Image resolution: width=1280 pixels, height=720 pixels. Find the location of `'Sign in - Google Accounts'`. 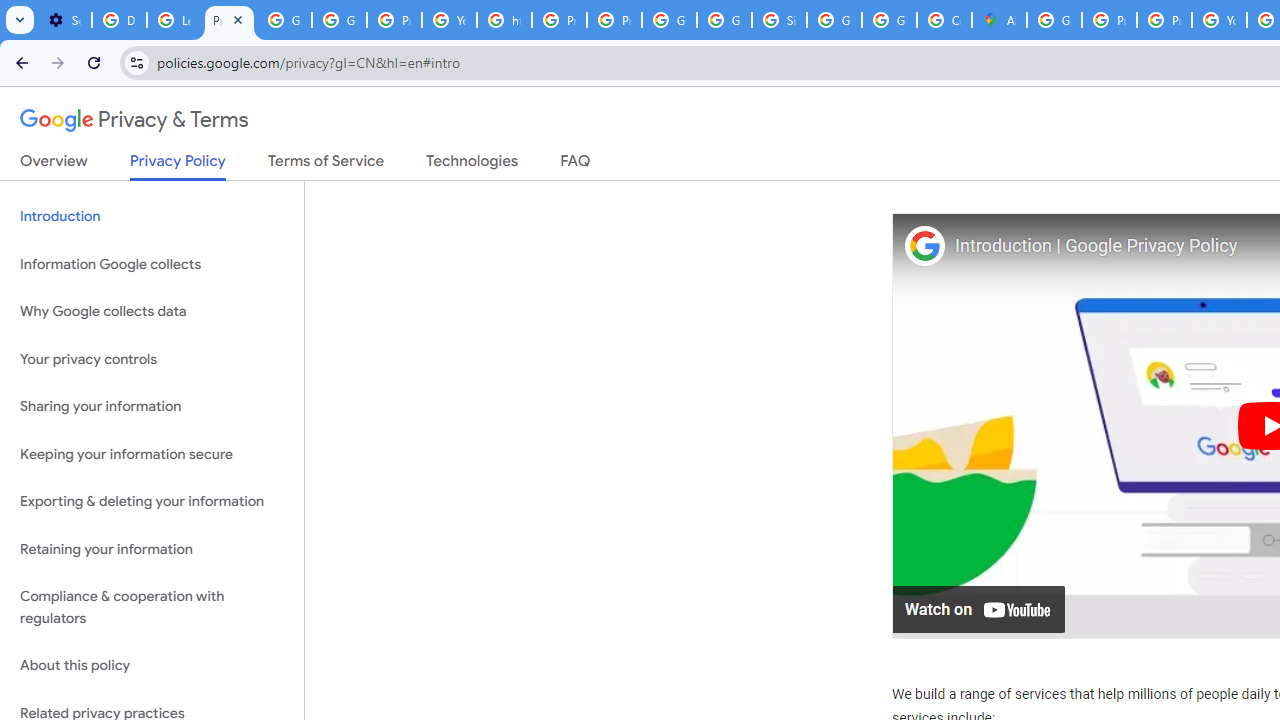

'Sign in - Google Accounts' is located at coordinates (778, 20).